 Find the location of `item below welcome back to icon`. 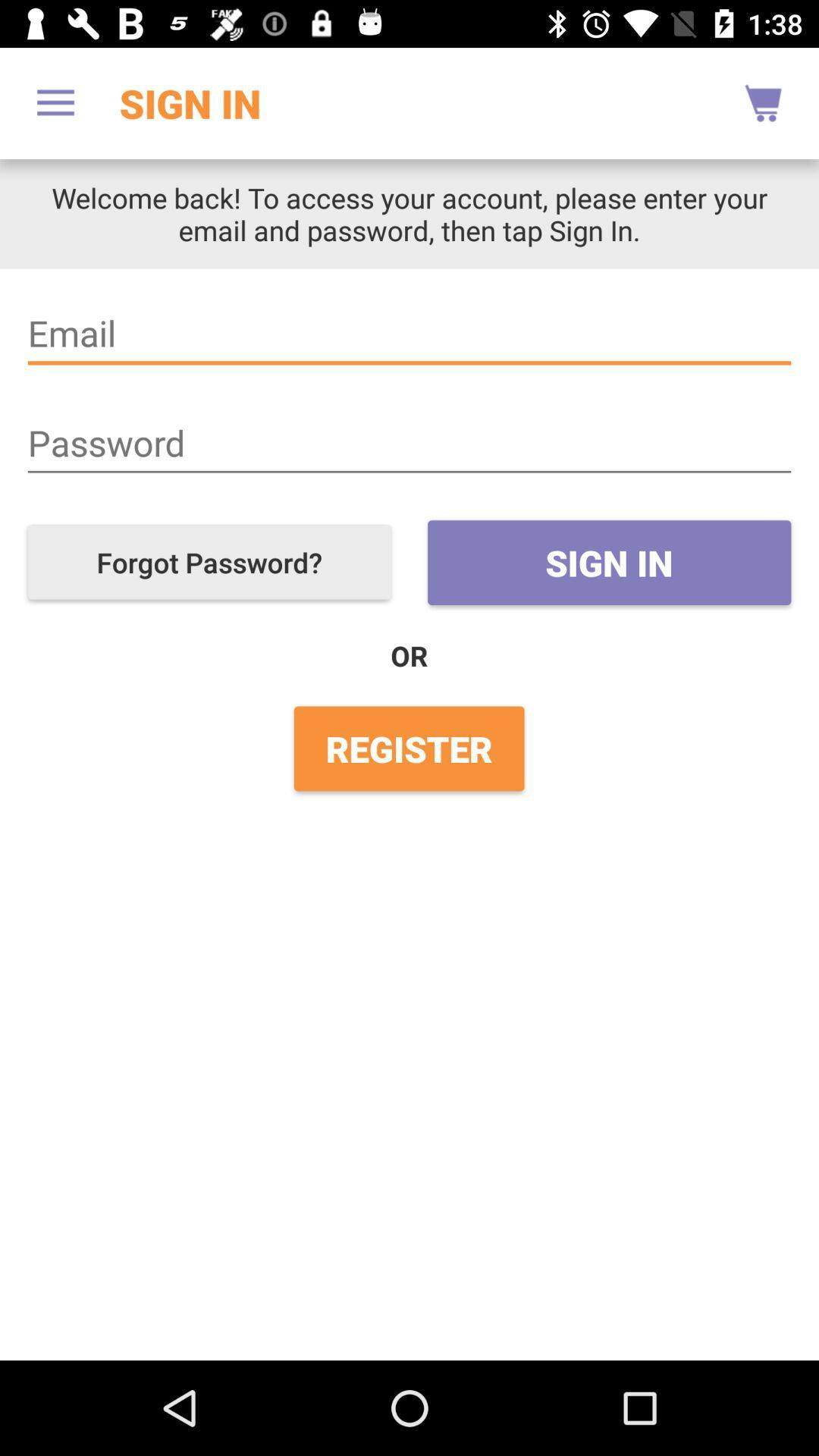

item below welcome back to icon is located at coordinates (409, 333).